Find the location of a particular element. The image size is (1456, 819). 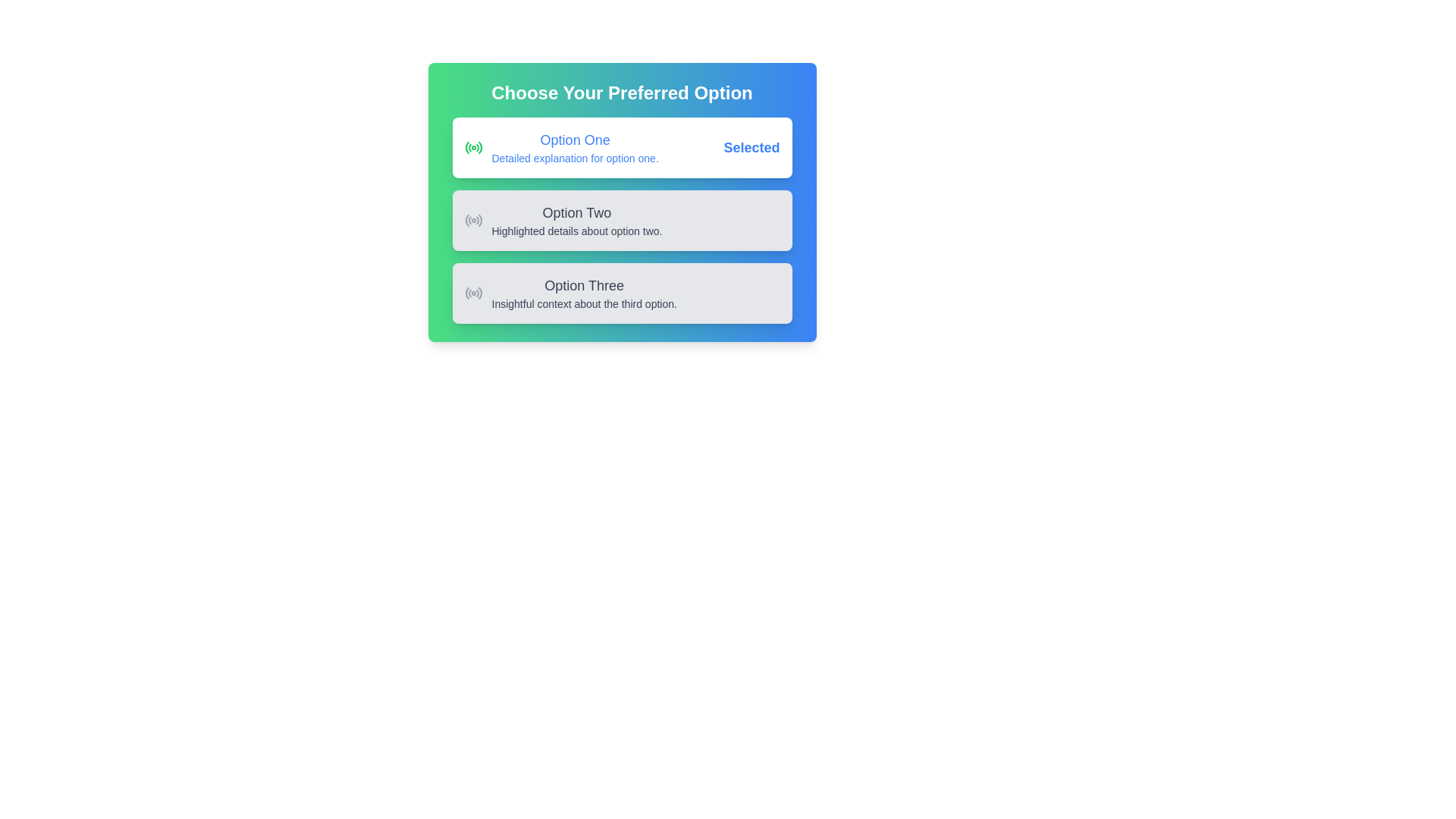

the right-side arc of the second radio-like icon representing 'Option Two' in the vertical list is located at coordinates (476, 221).